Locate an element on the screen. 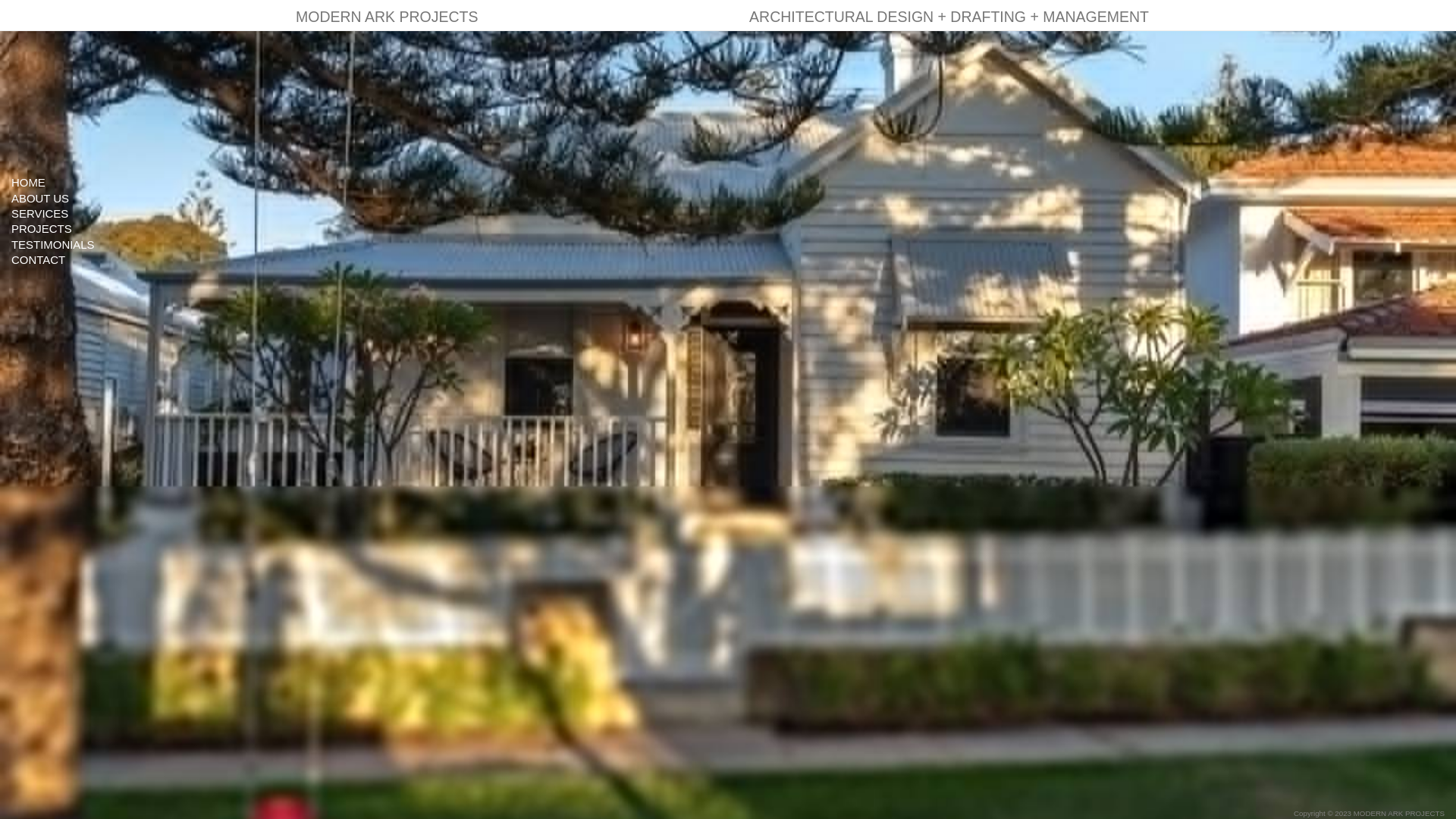 This screenshot has height=819, width=1456. 'ABOUT US' is located at coordinates (79, 197).